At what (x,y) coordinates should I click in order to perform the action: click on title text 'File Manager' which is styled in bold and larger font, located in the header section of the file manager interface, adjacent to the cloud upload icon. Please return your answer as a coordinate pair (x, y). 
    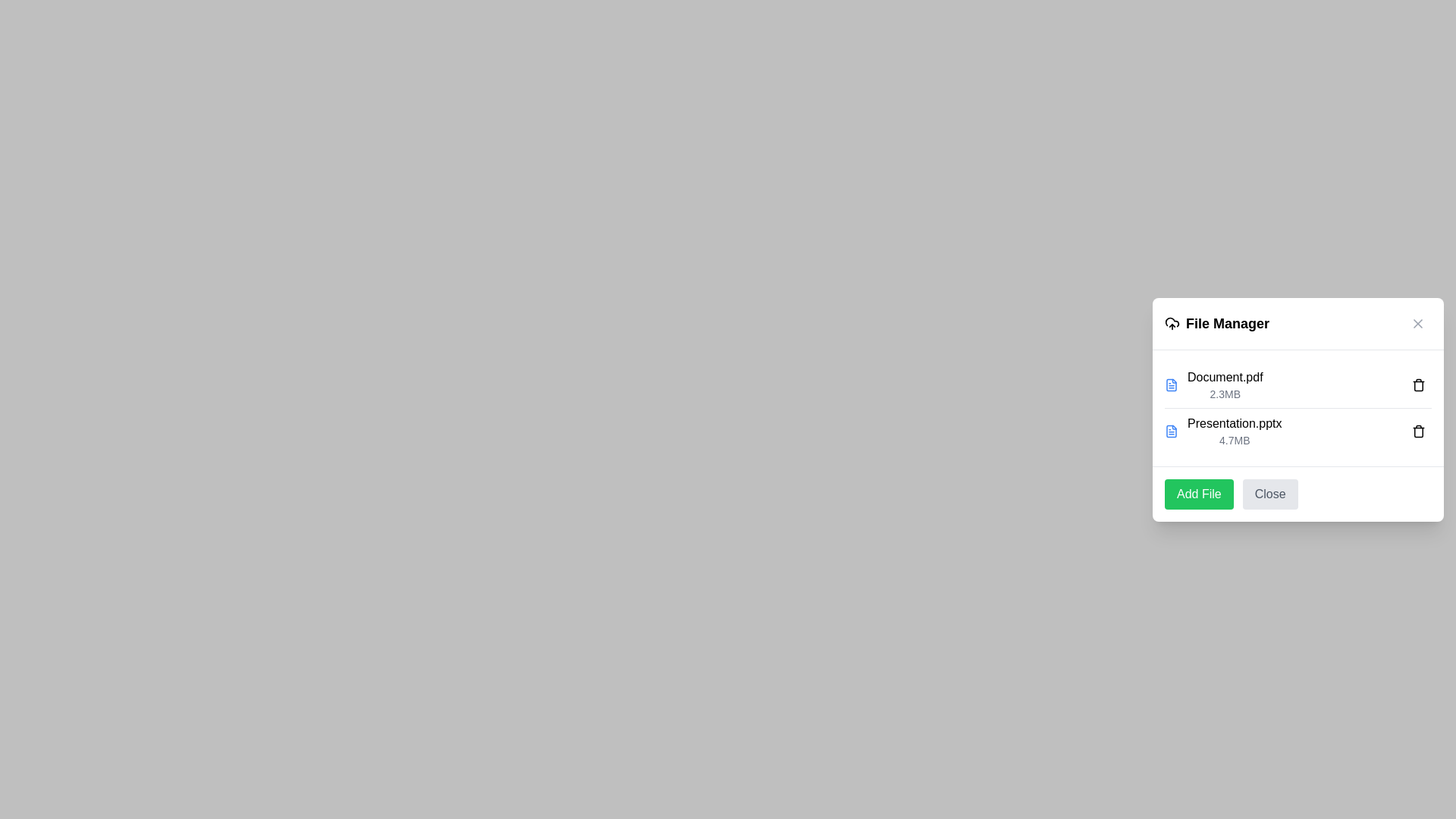
    Looking at the image, I should click on (1216, 322).